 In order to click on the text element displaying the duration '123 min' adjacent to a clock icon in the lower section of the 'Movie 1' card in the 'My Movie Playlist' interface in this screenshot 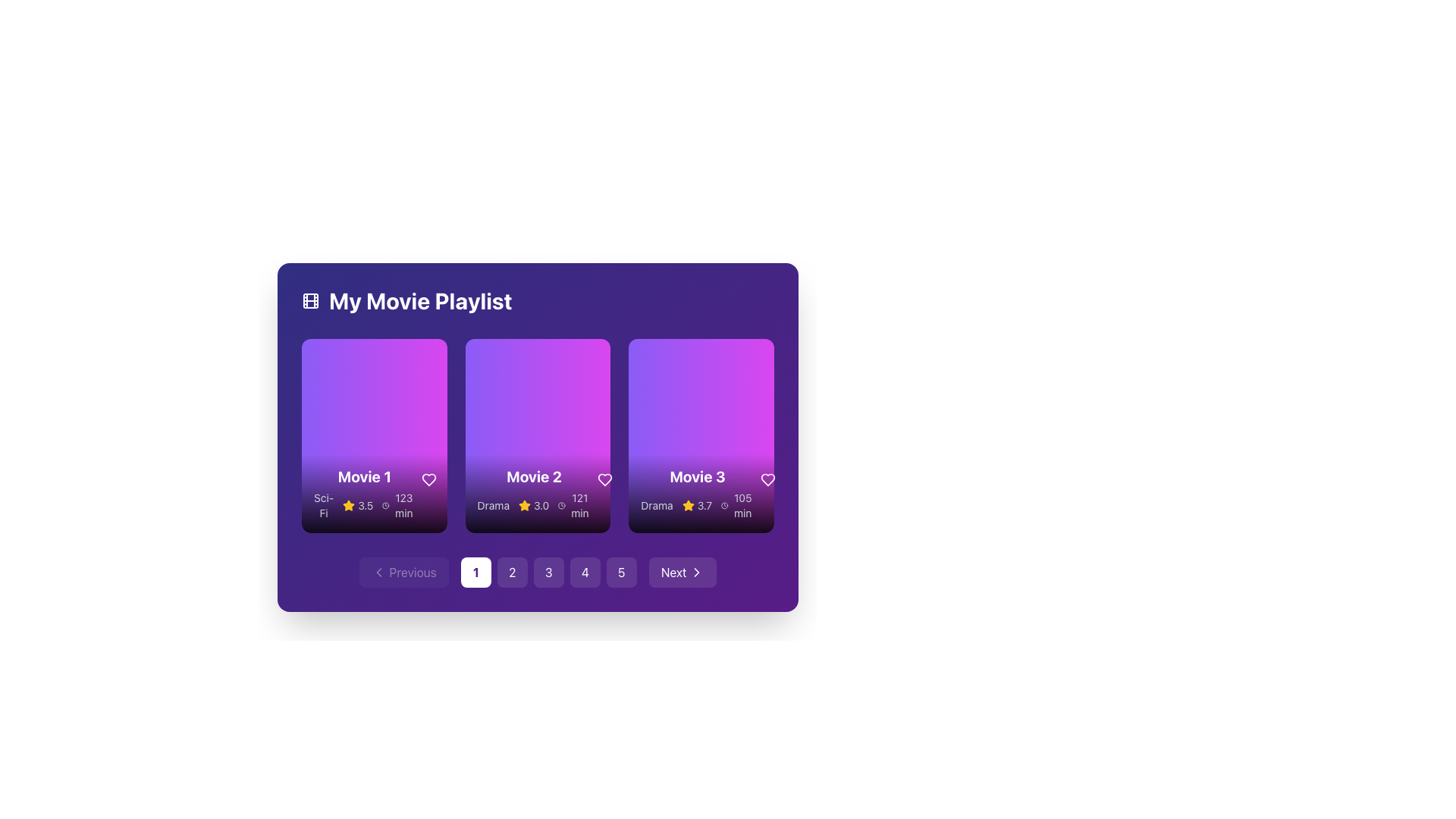, I will do `click(399, 506)`.